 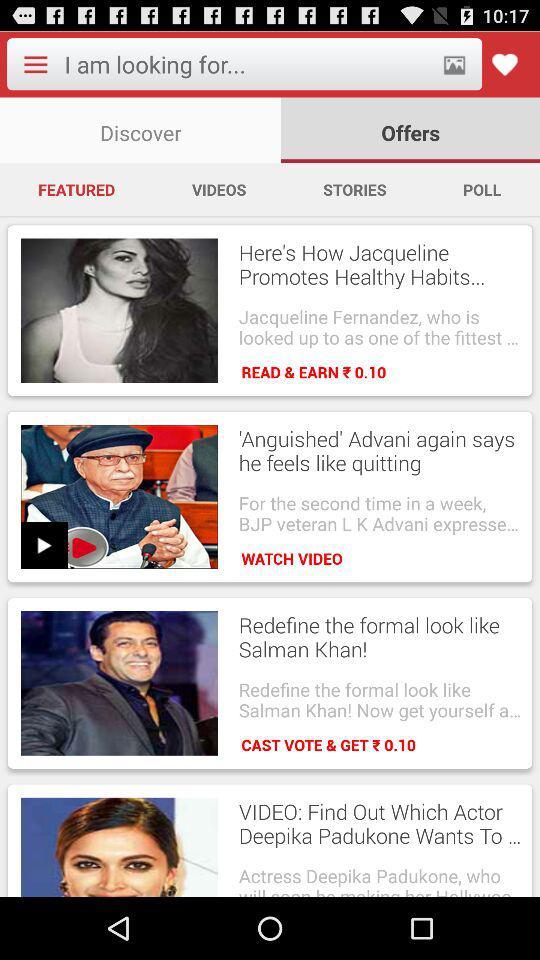 What do you see at coordinates (35, 64) in the screenshot?
I see `menu` at bounding box center [35, 64].